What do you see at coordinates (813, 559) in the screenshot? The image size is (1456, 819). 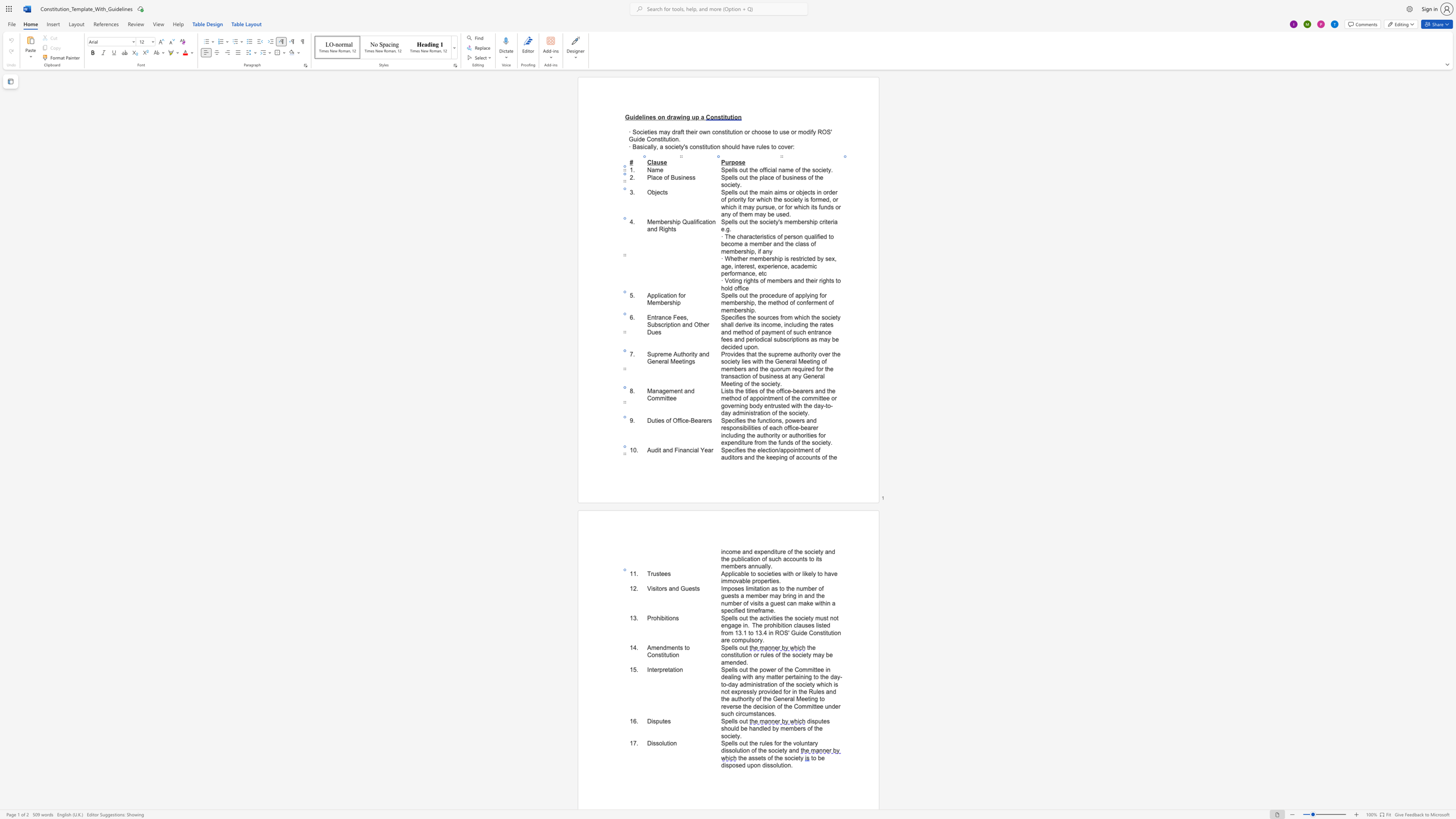 I see `the 7th character "o" in the text` at bounding box center [813, 559].